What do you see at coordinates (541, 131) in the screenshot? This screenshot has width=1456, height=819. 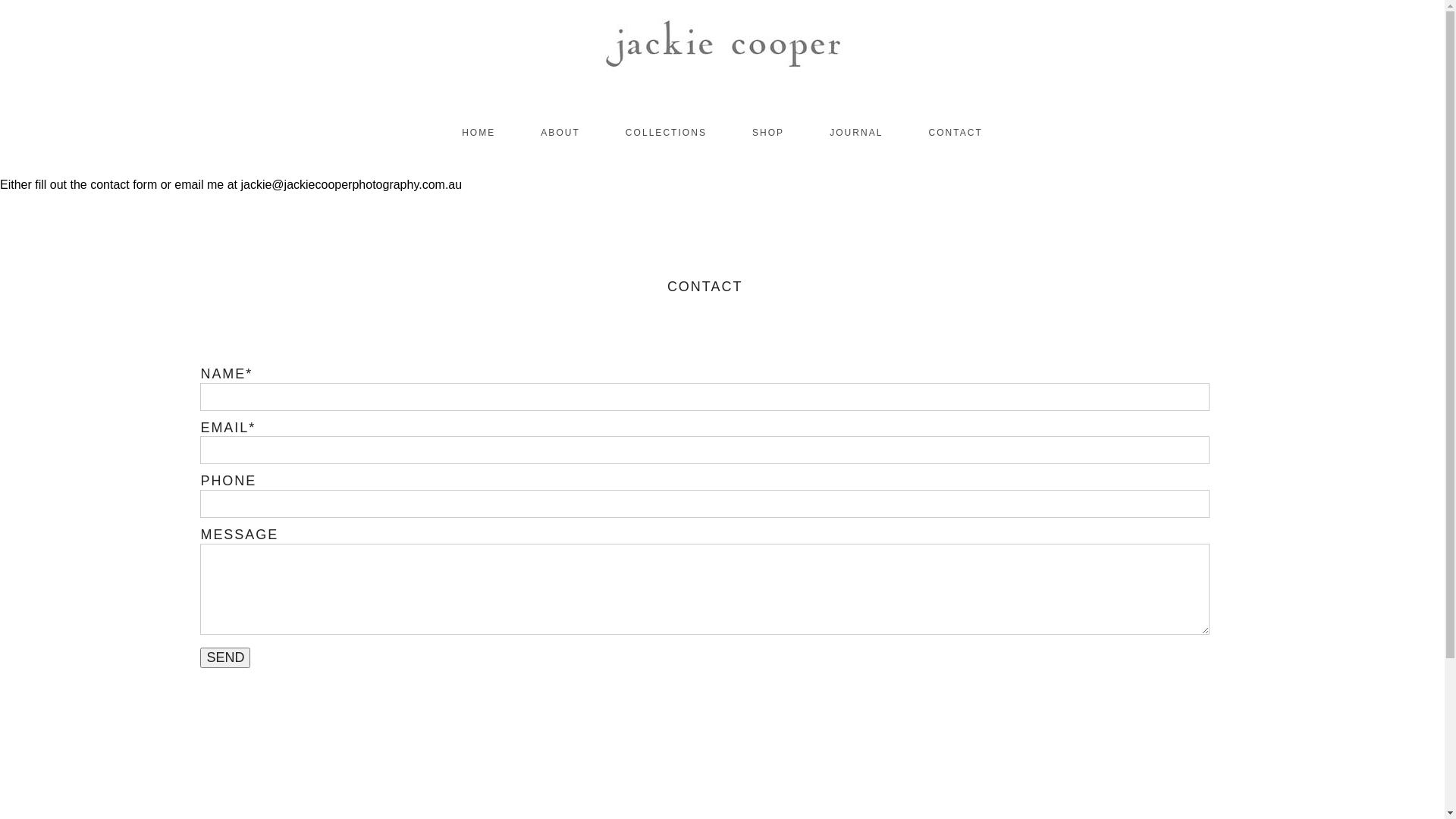 I see `'ABOUT'` at bounding box center [541, 131].